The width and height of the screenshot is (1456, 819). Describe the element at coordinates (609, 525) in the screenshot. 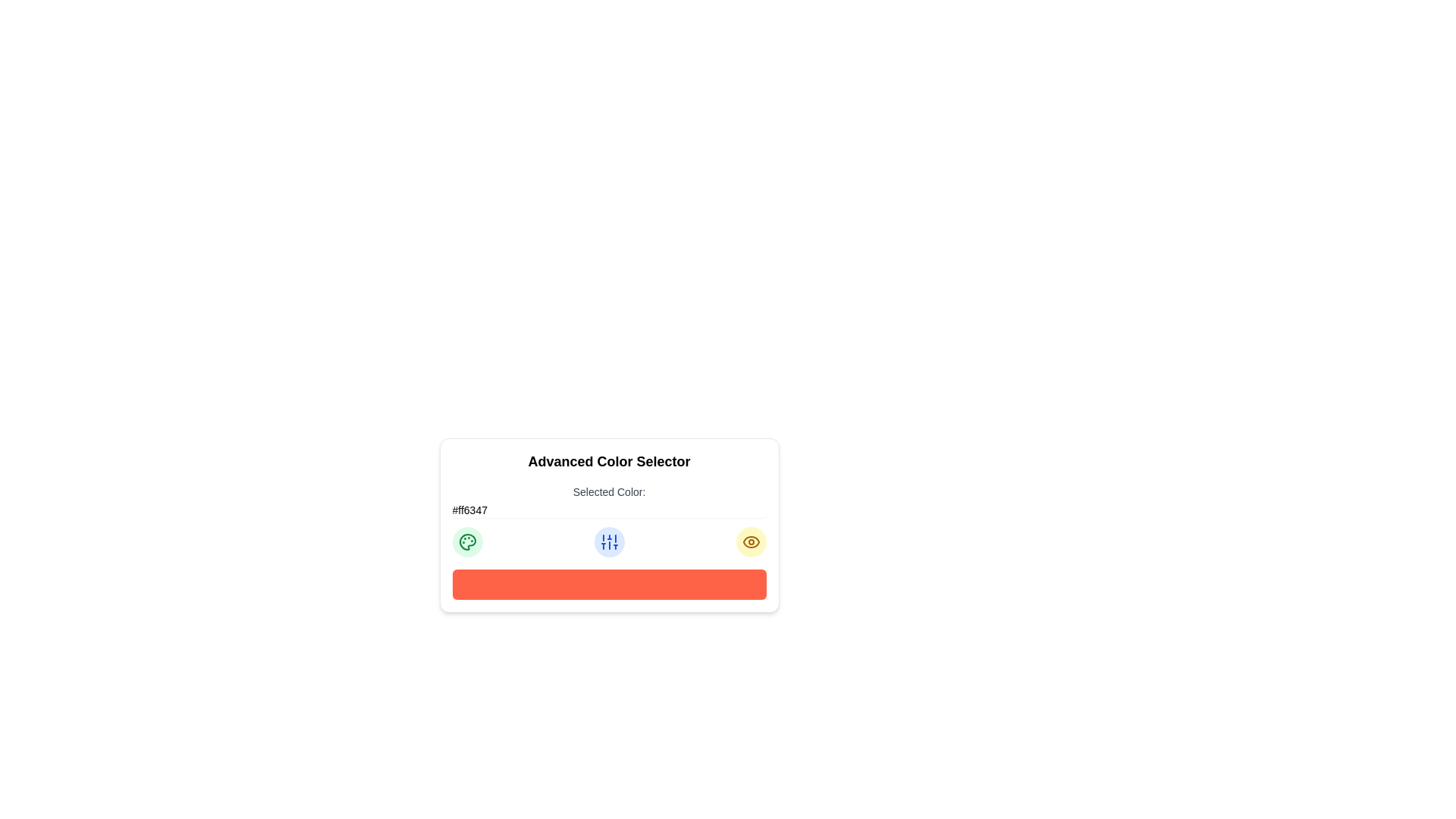

I see `the color selection dialog box to interact with the color options` at that location.